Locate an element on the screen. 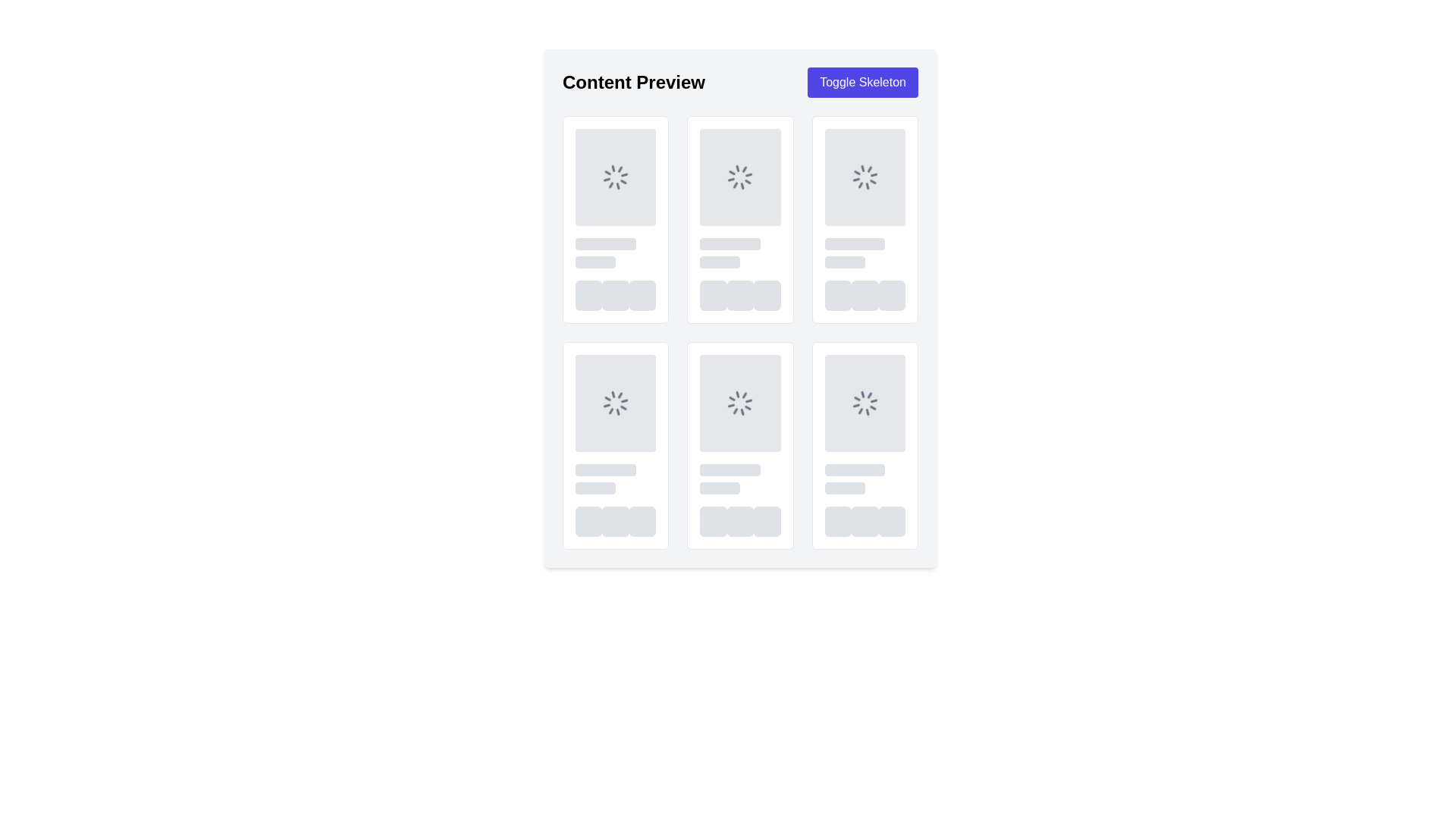 The image size is (1456, 819). the spinner icon indicating a loading state, located in the middle column of the top row of the grid layout is located at coordinates (740, 177).